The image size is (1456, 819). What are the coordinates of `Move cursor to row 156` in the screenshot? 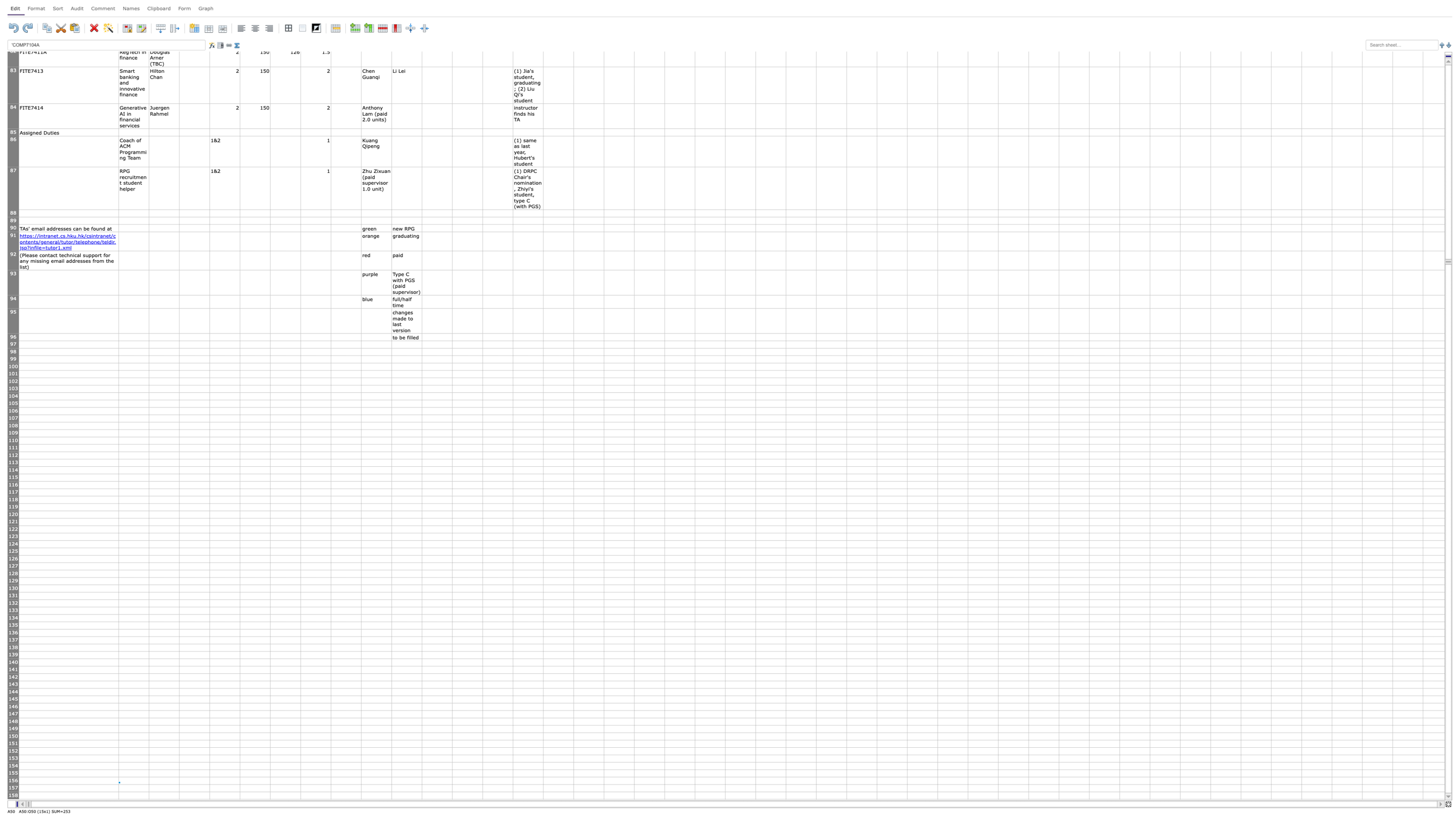 It's located at (13, 781).